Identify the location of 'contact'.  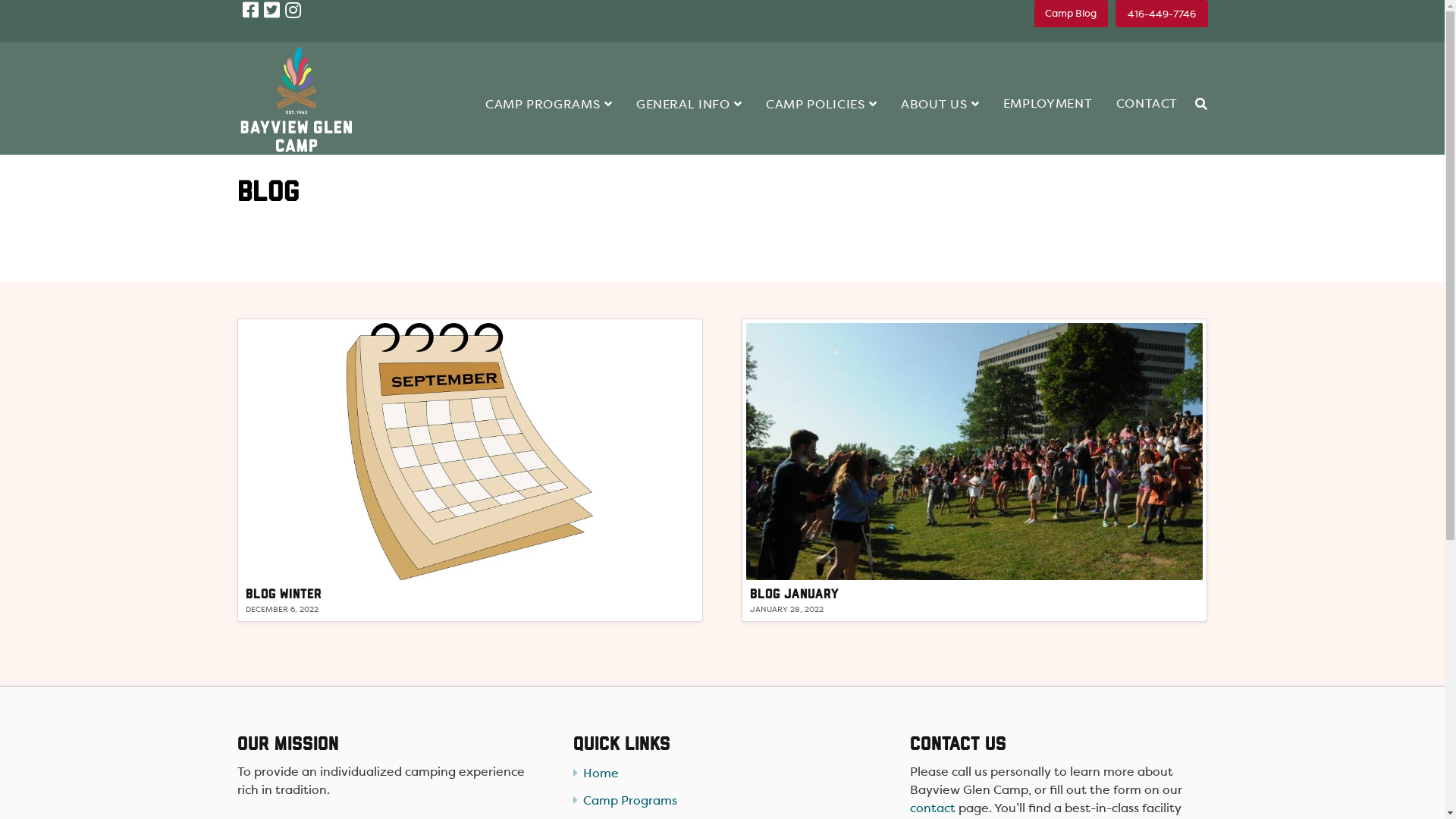
(931, 807).